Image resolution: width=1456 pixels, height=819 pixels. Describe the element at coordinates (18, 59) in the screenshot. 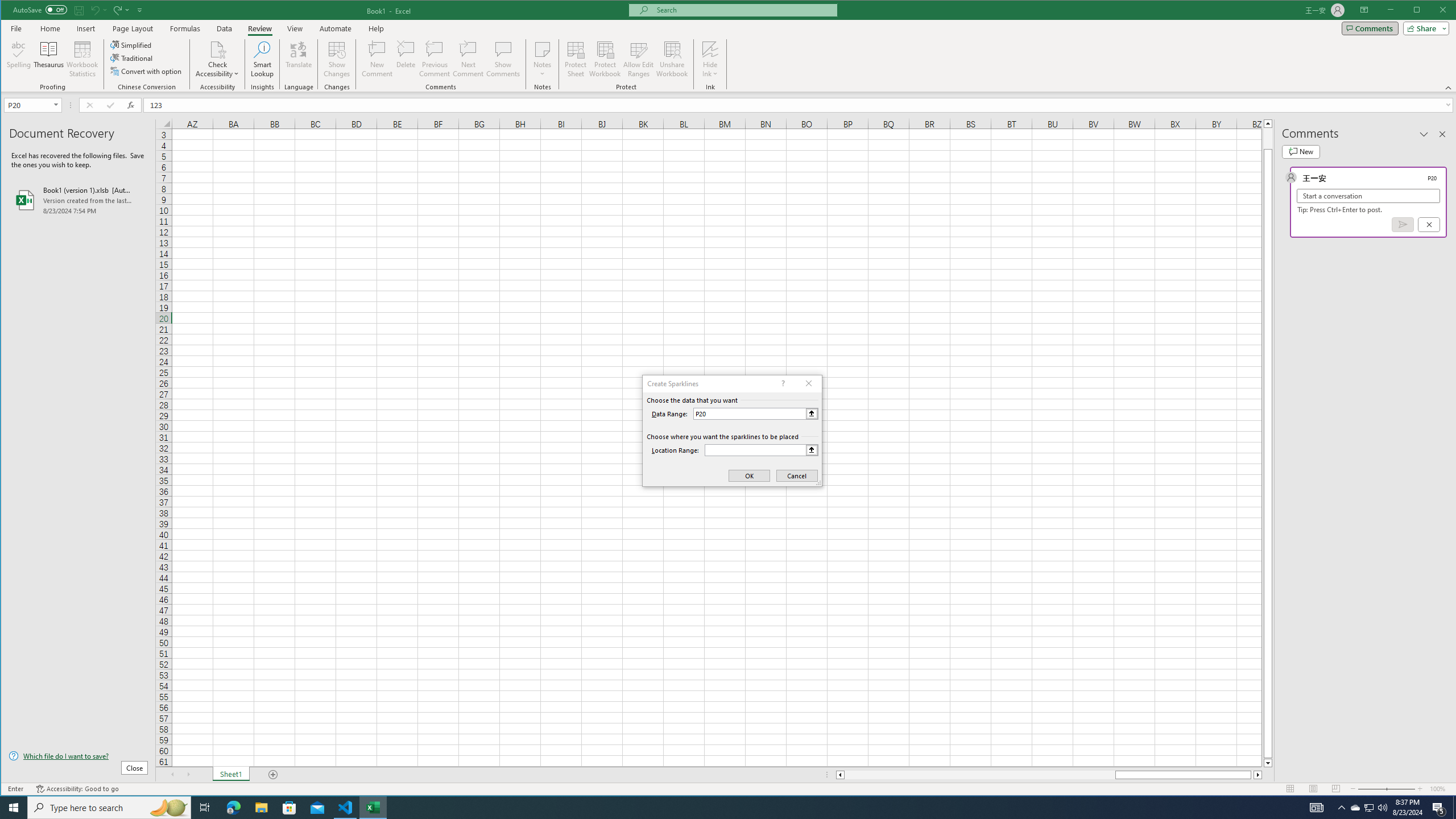

I see `'Spelling...'` at that location.